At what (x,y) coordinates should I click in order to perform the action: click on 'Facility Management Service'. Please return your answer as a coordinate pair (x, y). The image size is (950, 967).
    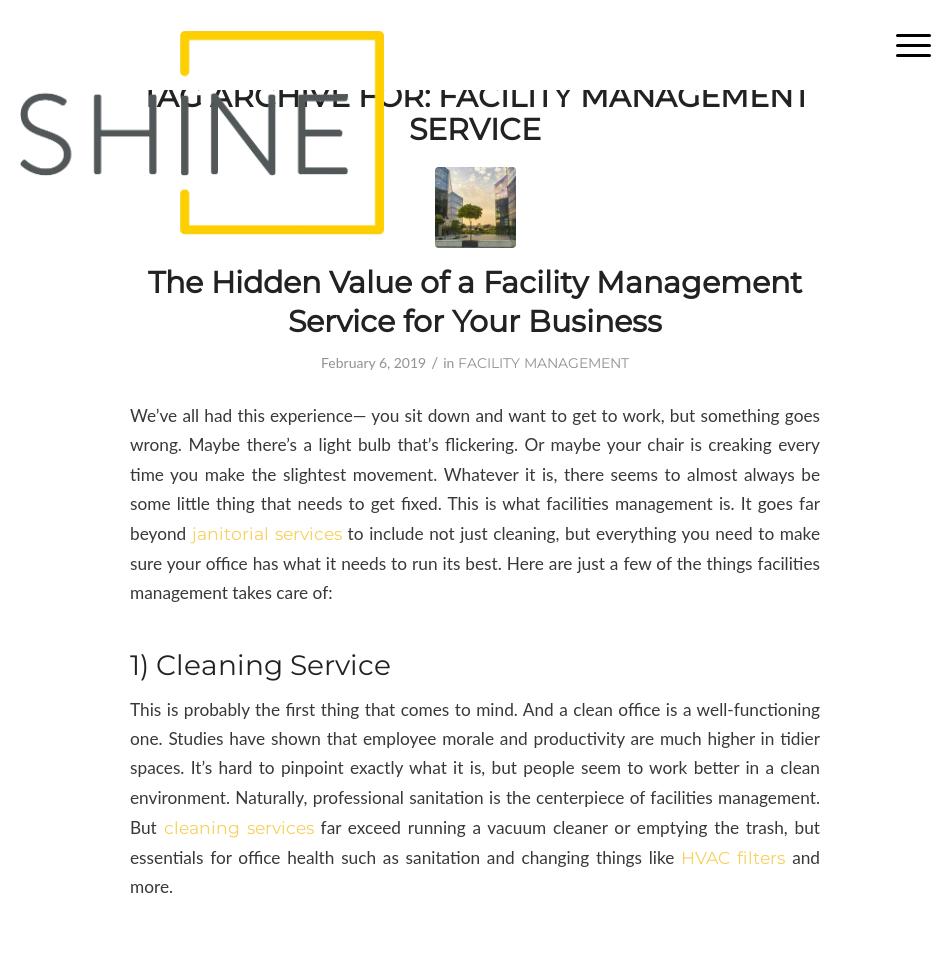
    Looking at the image, I should click on (407, 112).